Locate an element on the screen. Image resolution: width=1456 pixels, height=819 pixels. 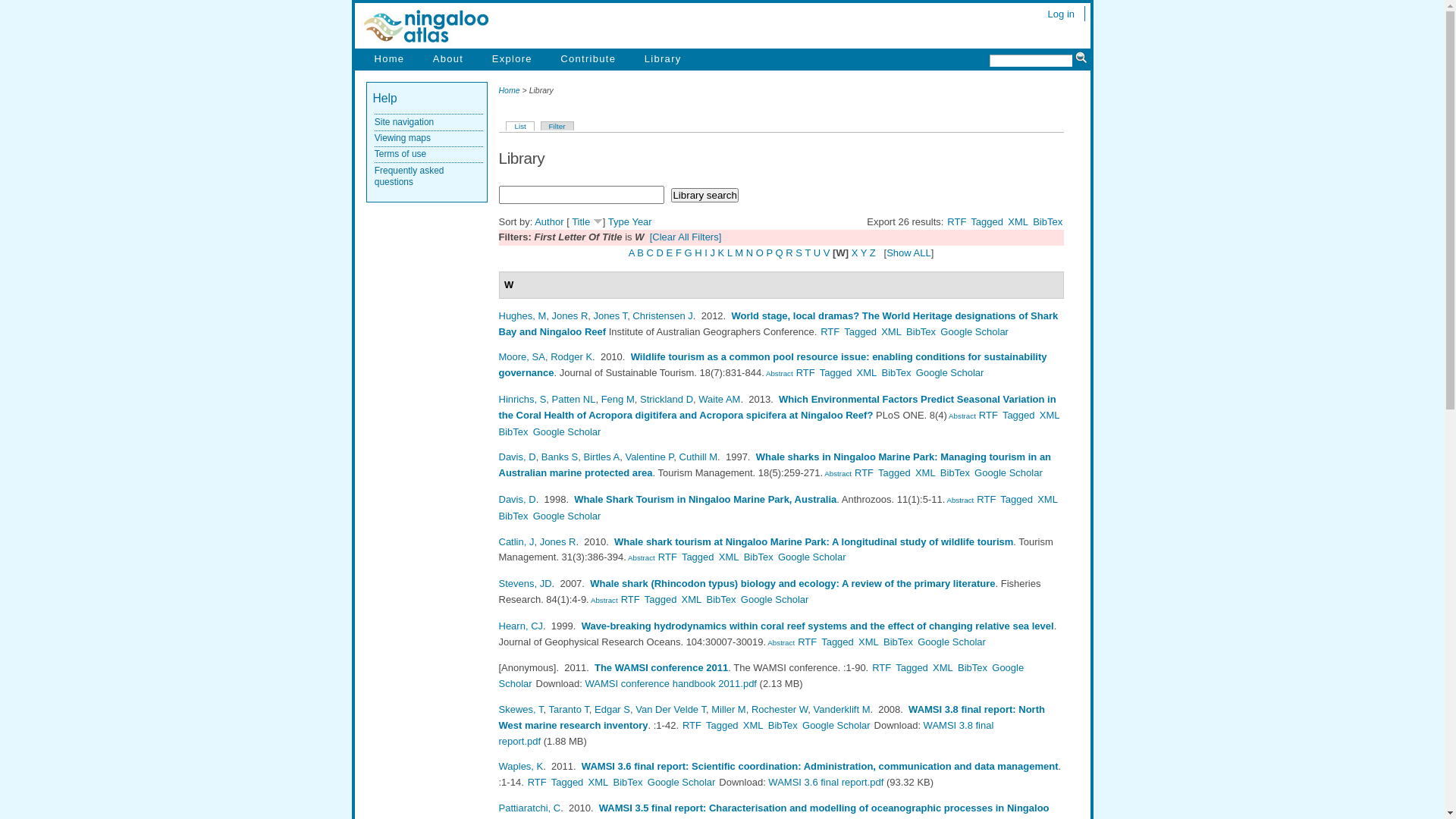
'I' is located at coordinates (705, 252).